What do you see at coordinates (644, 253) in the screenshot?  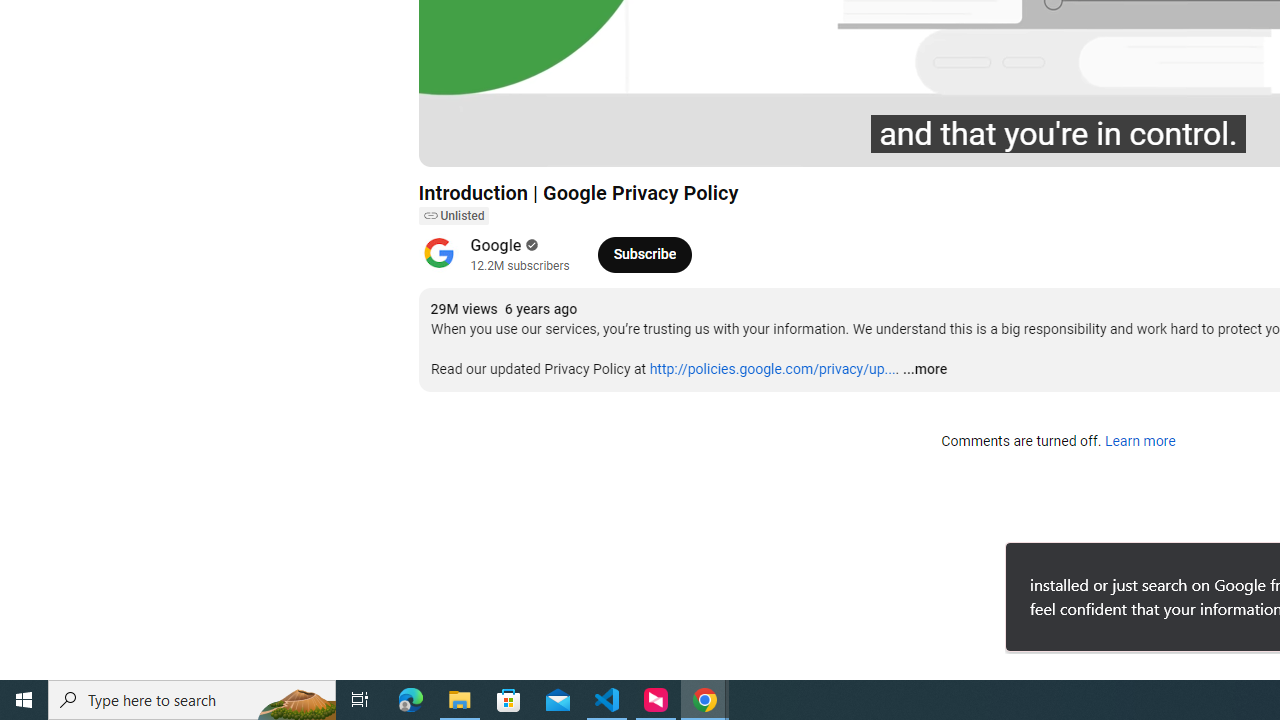 I see `'Subscribe to Google.'` at bounding box center [644, 253].